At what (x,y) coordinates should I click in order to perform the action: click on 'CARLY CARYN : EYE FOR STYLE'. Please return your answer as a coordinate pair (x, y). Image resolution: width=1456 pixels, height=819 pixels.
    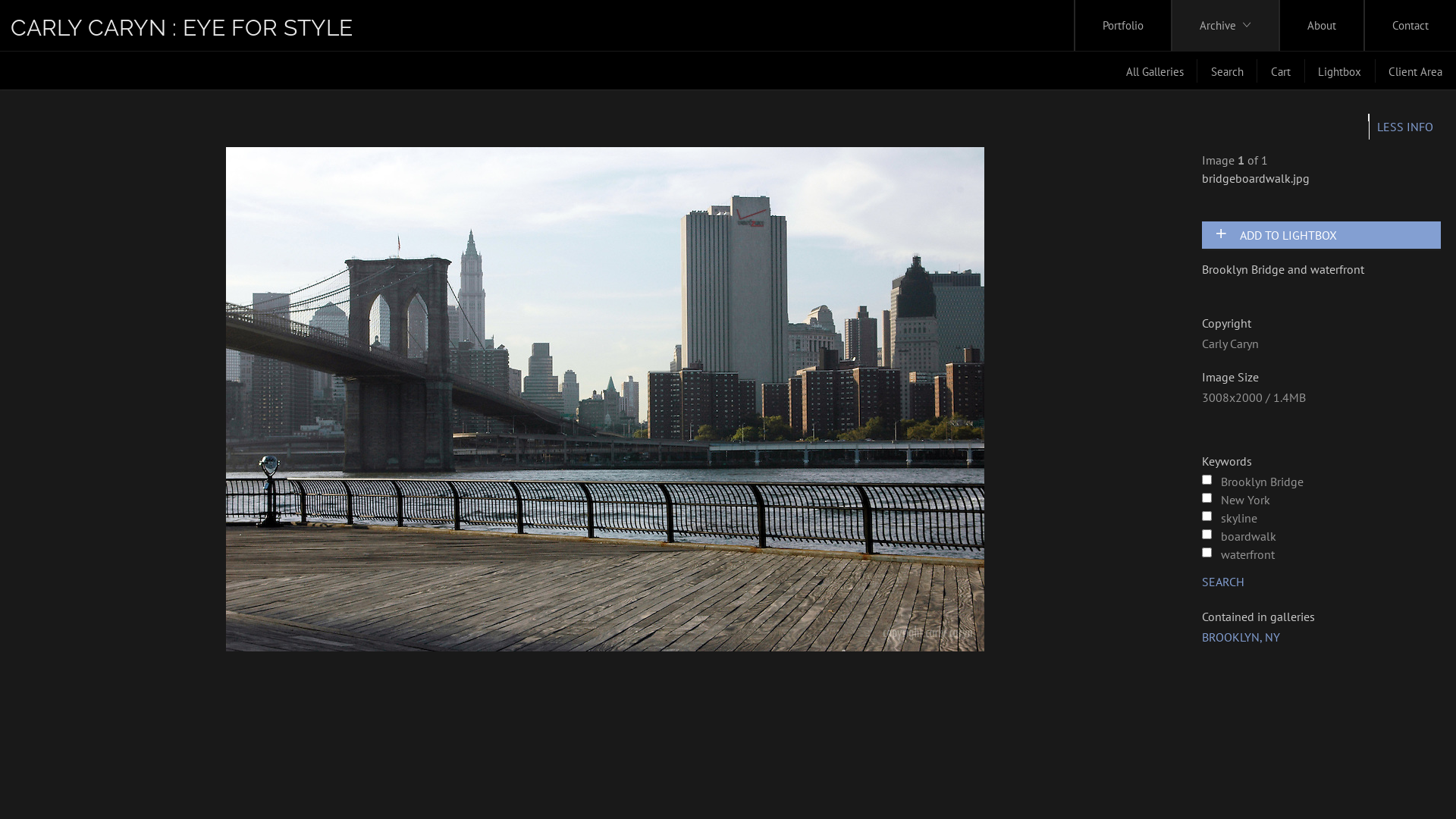
    Looking at the image, I should click on (181, 27).